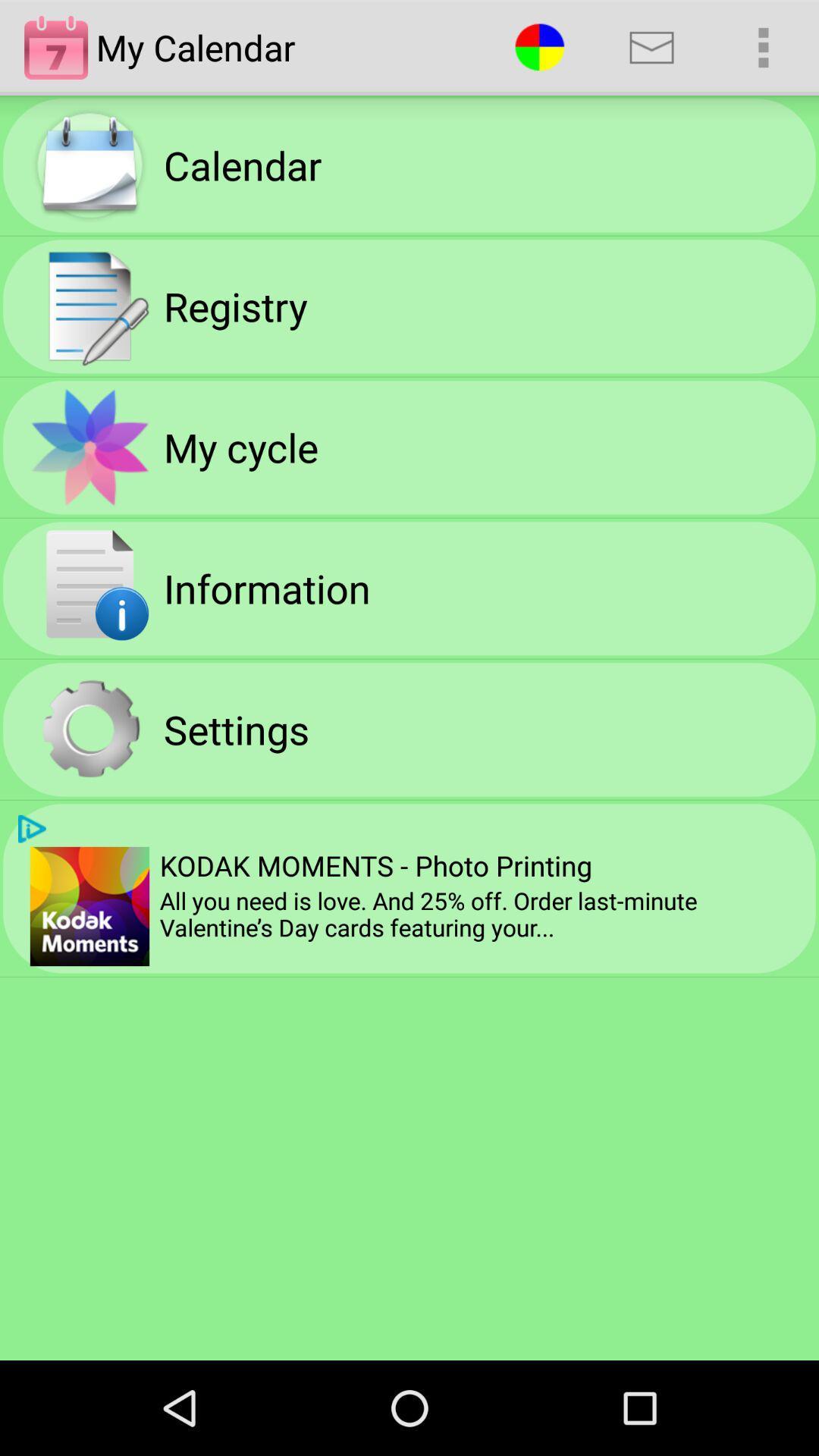  What do you see at coordinates (484, 913) in the screenshot?
I see `app below kodak moments photo` at bounding box center [484, 913].